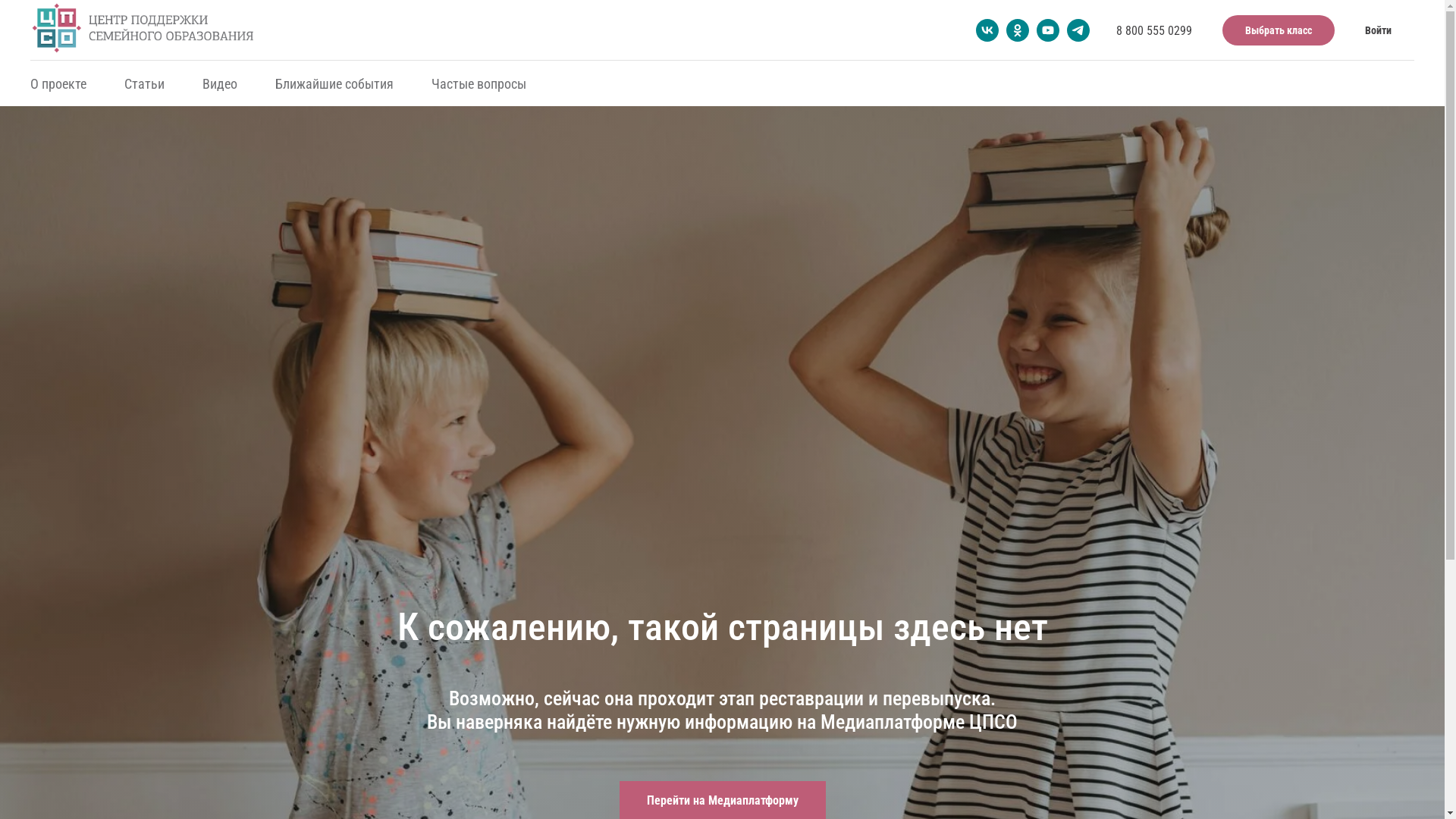 This screenshot has width=1456, height=819. What do you see at coordinates (1116, 30) in the screenshot?
I see `'8 800 555 0299'` at bounding box center [1116, 30].